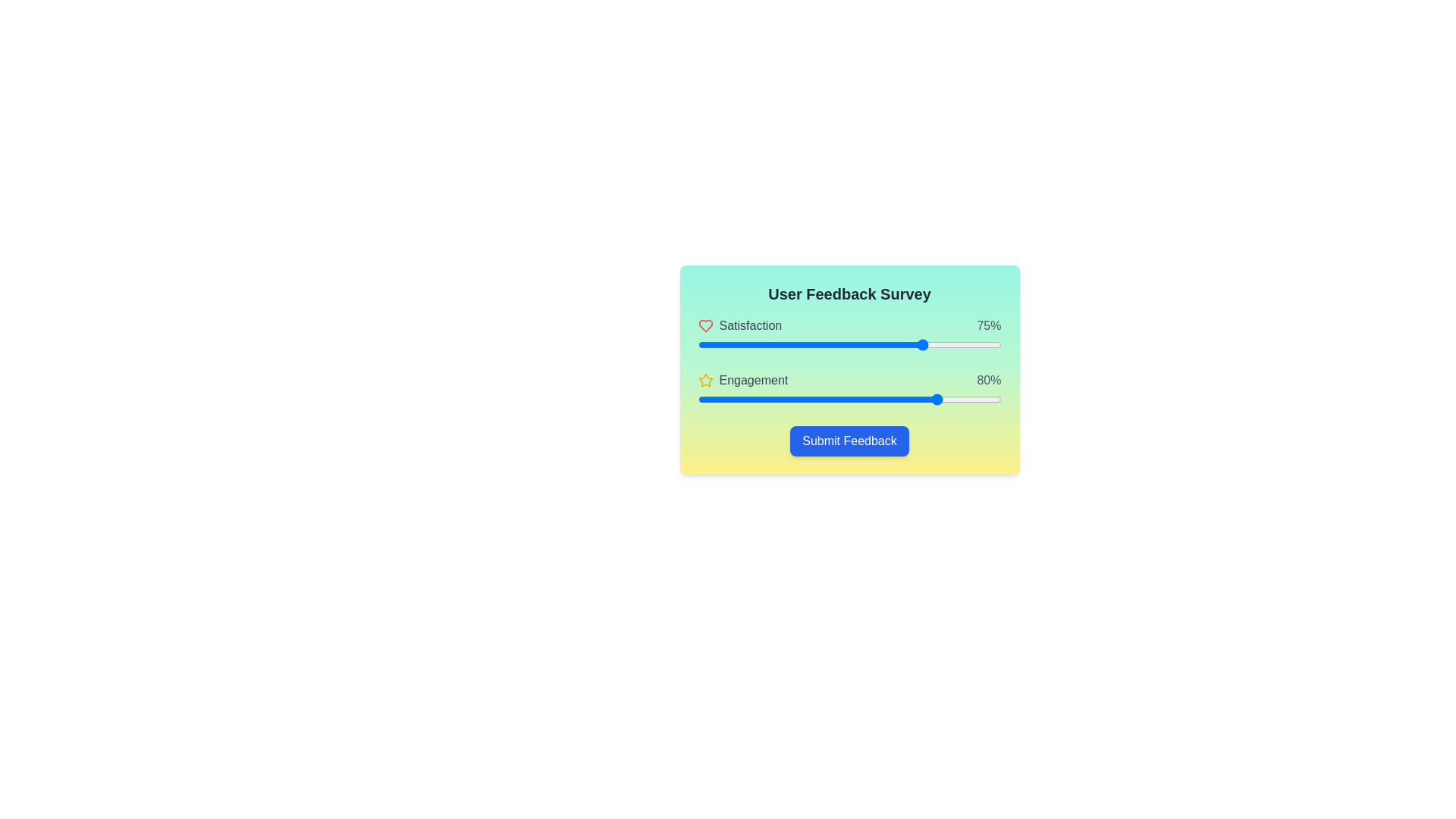 Image resolution: width=1456 pixels, height=819 pixels. What do you see at coordinates (703, 399) in the screenshot?
I see `the engagement slider to set its value to 2` at bounding box center [703, 399].